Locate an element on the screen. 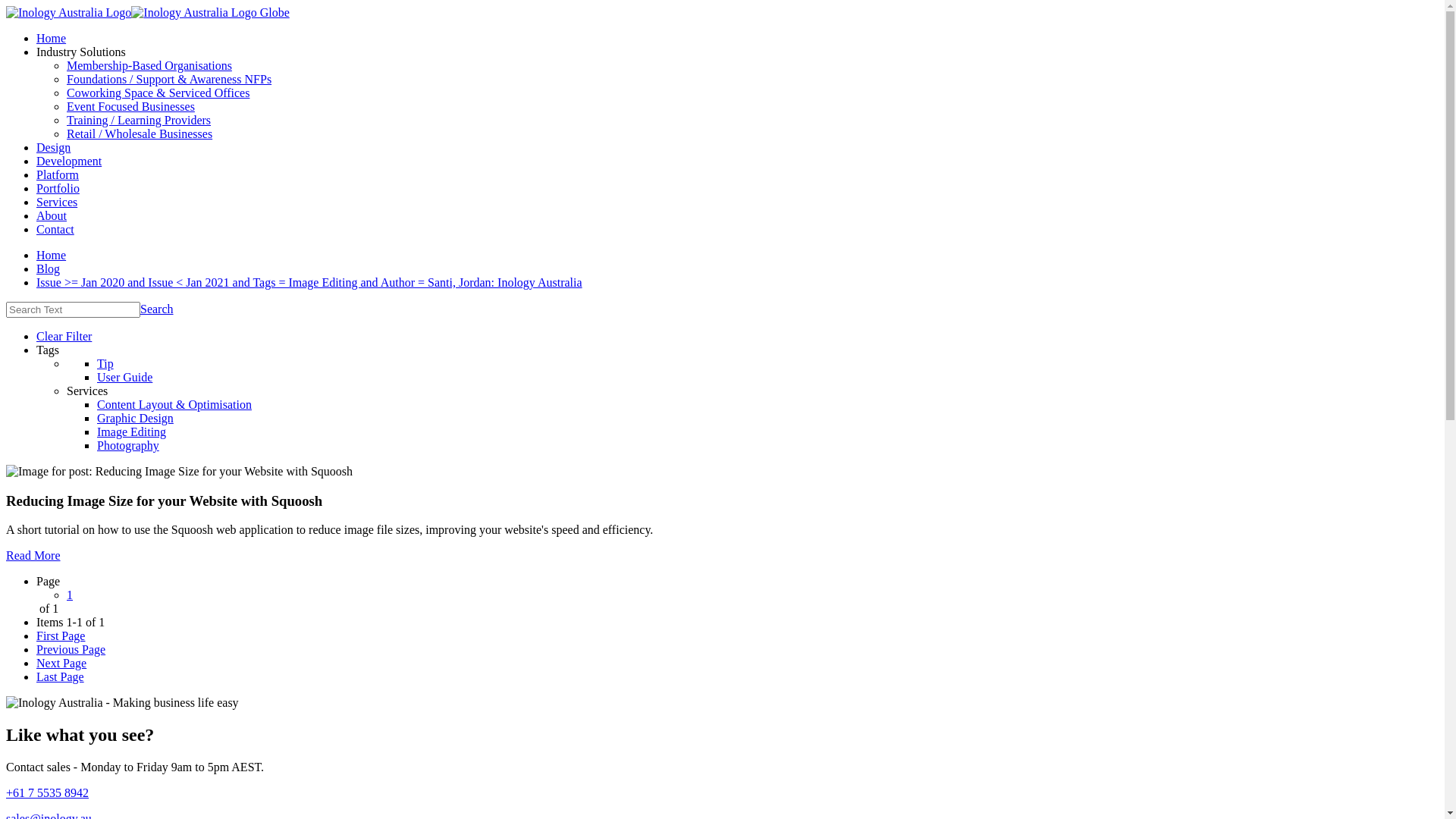  'Tip' is located at coordinates (105, 363).